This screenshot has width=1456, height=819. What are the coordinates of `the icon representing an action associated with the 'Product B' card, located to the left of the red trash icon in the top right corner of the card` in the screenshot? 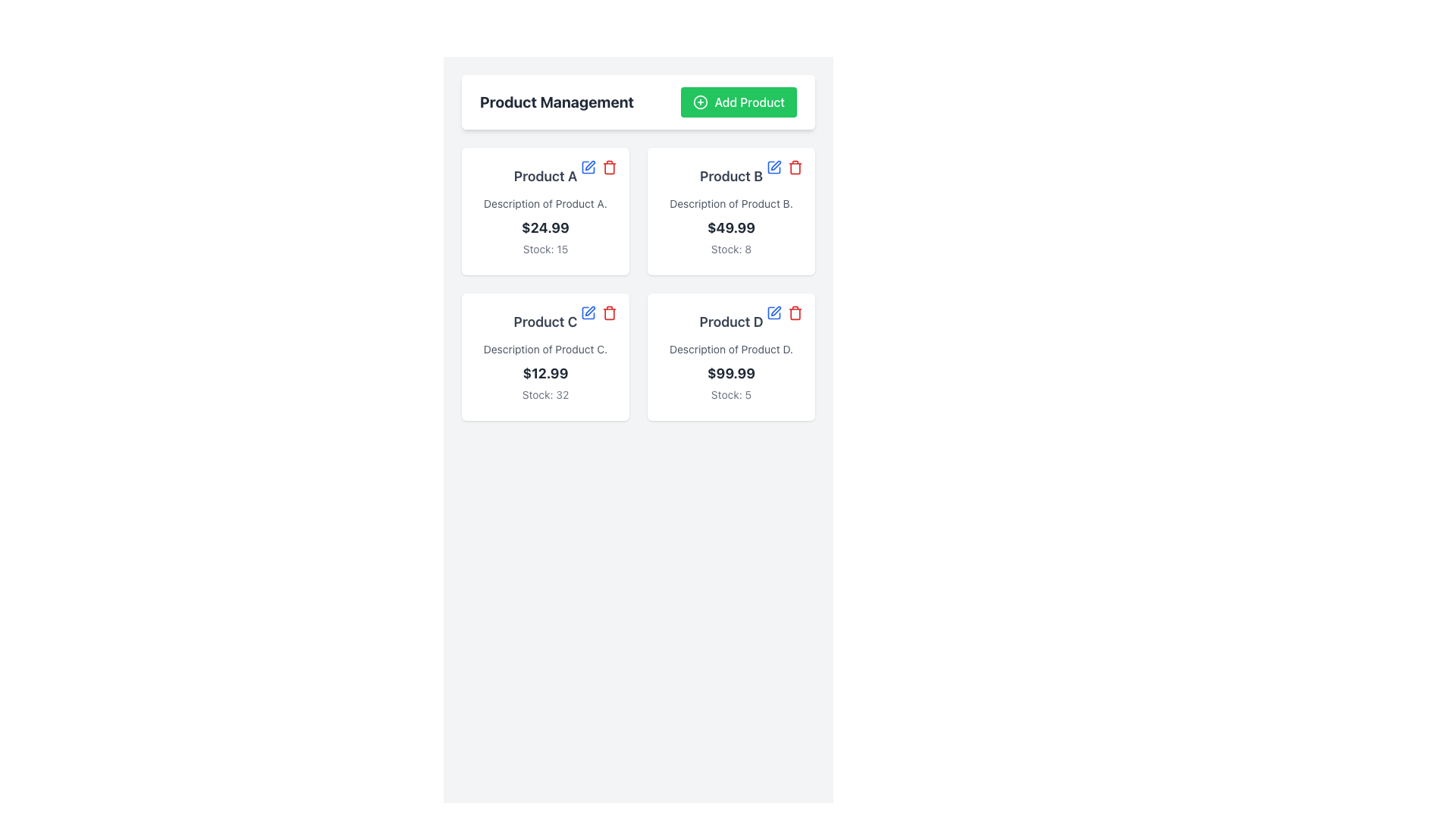 It's located at (588, 167).